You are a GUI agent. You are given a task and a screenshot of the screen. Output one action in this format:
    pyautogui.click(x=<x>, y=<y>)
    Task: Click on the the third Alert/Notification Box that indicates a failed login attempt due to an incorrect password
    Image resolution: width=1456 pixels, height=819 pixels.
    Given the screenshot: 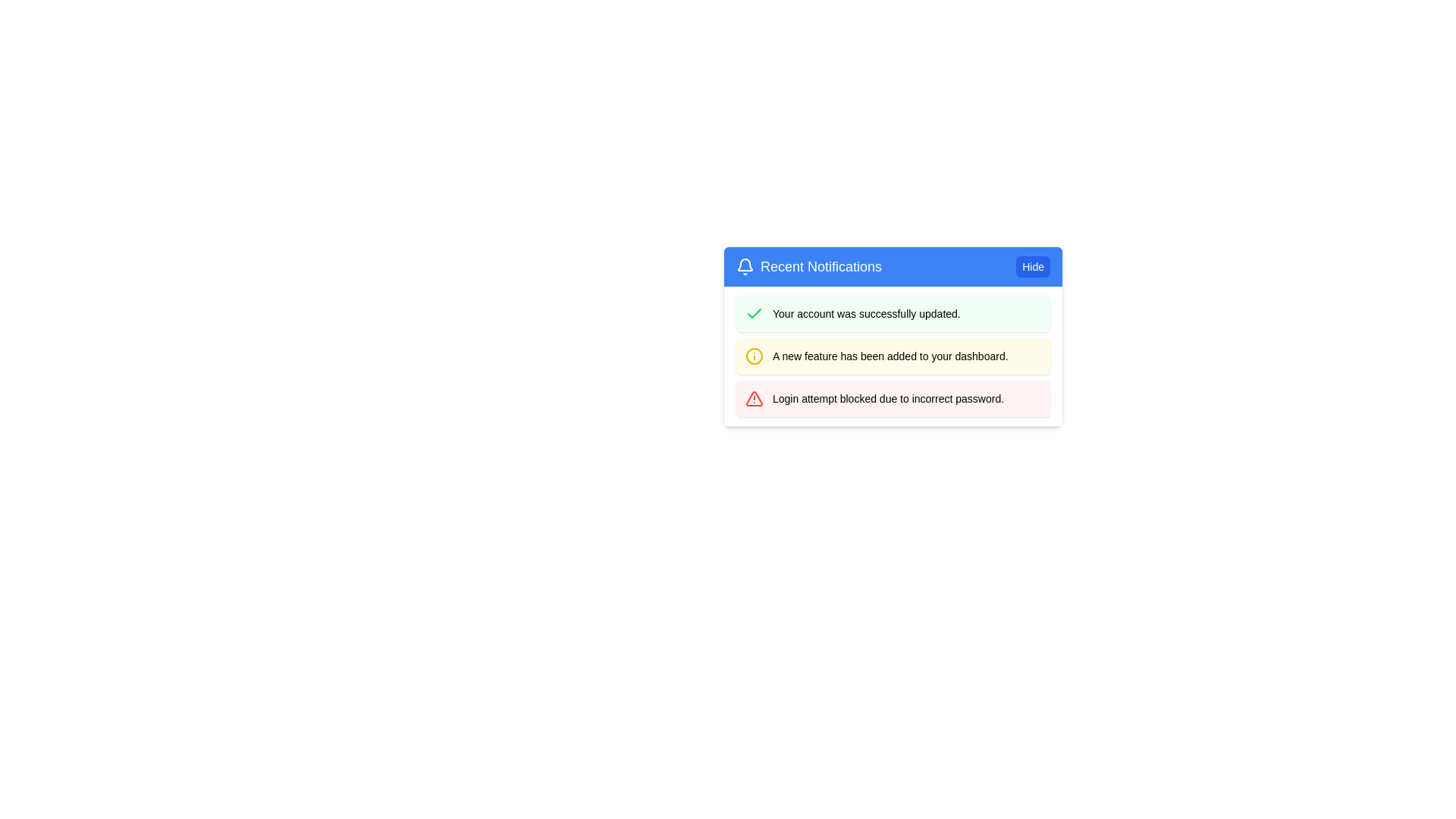 What is the action you would take?
    pyautogui.click(x=893, y=397)
    